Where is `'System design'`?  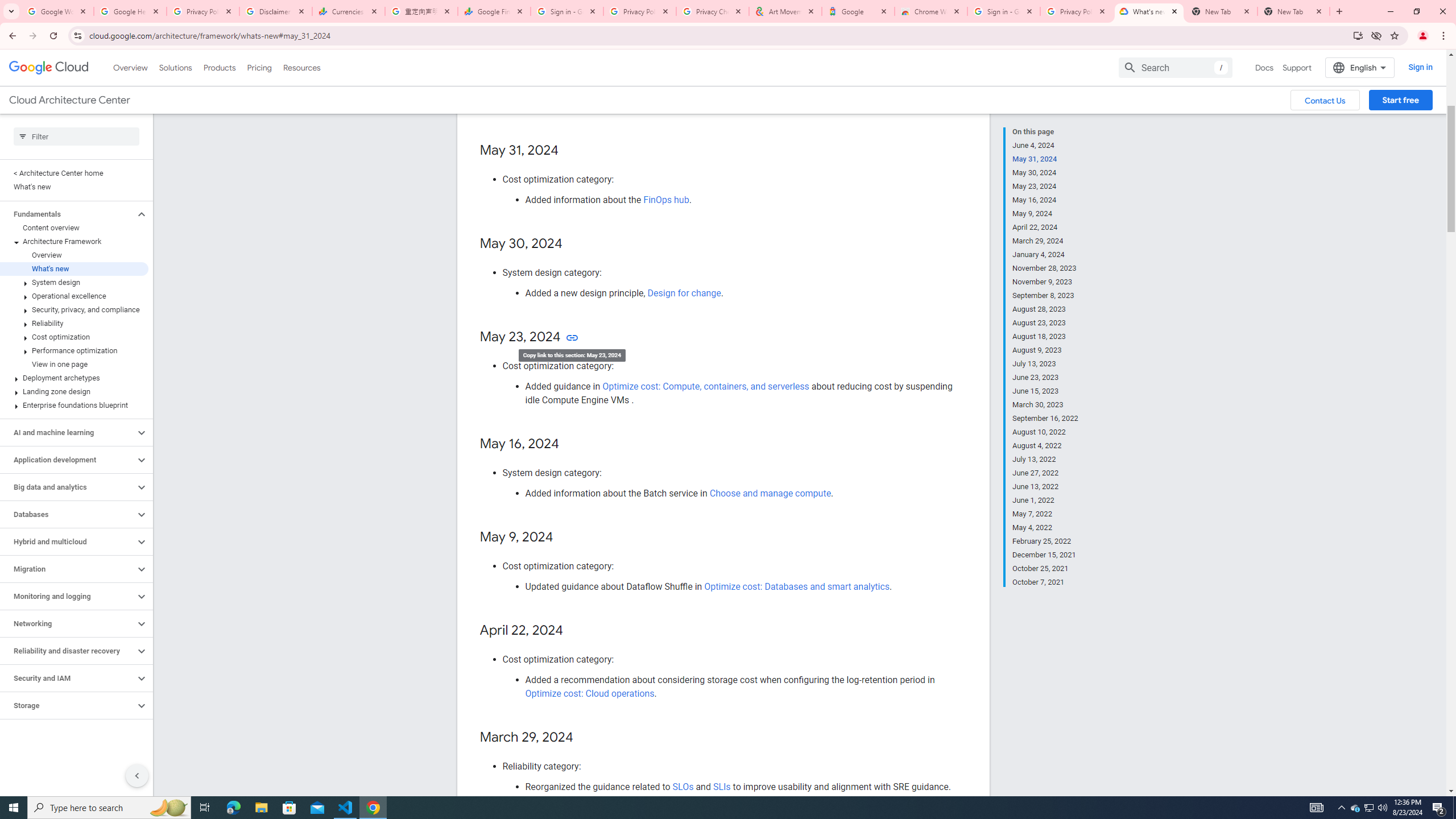
'System design' is located at coordinates (74, 282).